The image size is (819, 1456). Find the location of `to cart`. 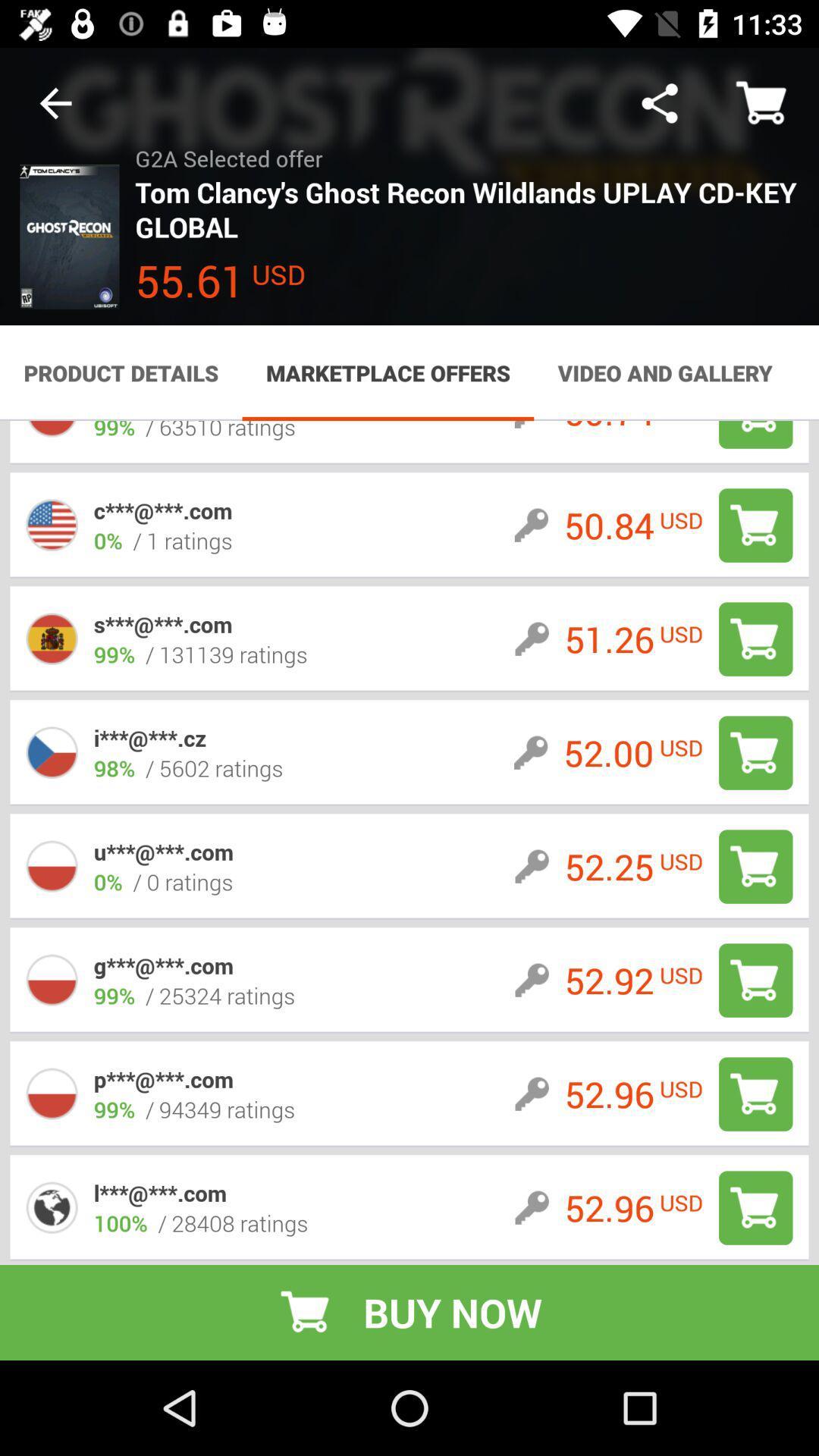

to cart is located at coordinates (755, 525).